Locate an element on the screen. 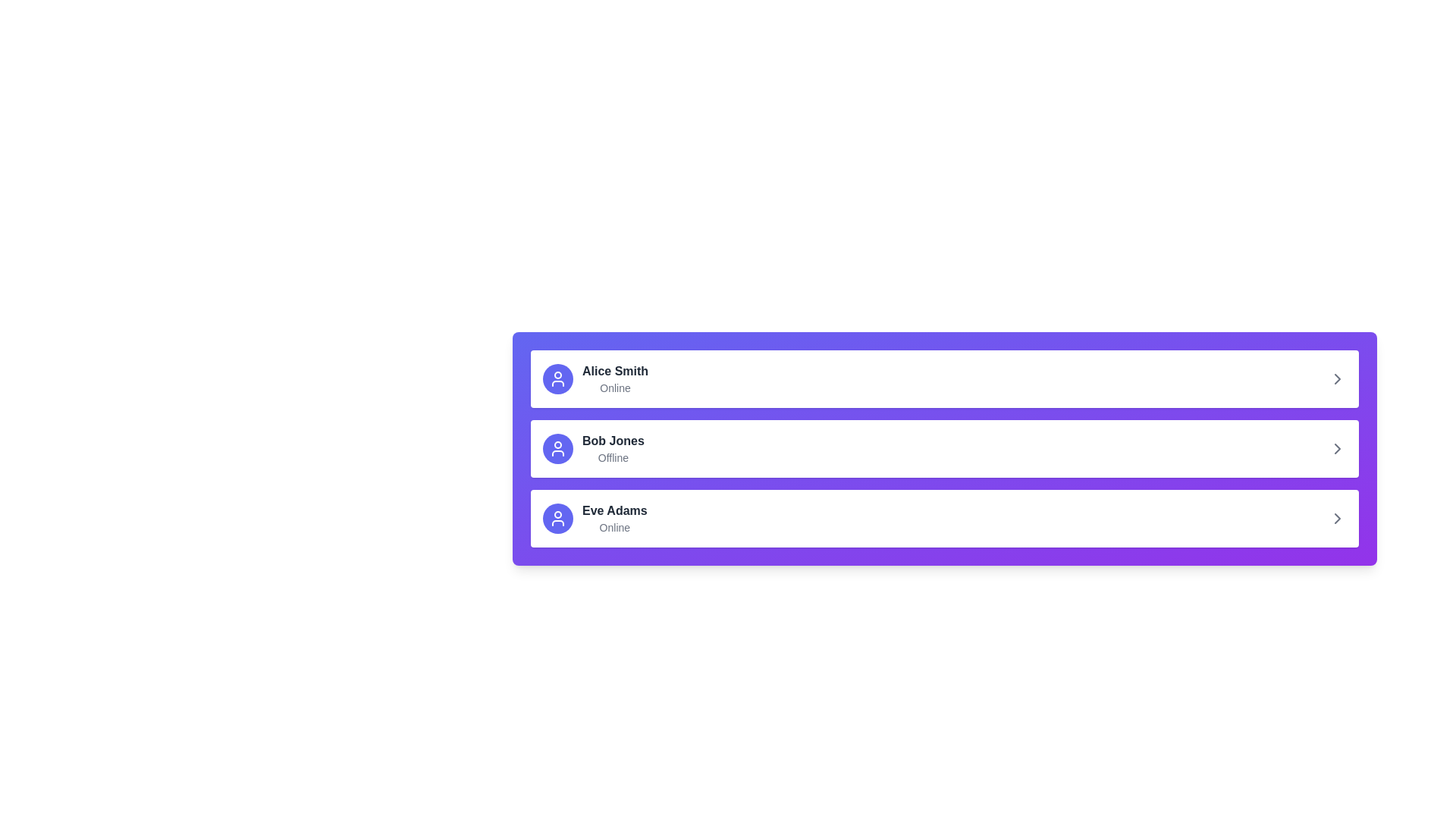 The height and width of the screenshot is (819, 1456). the selectable List Item representing the user Eve Adams, which is the third item in a vertical list and displays the status 'Online' is located at coordinates (944, 517).